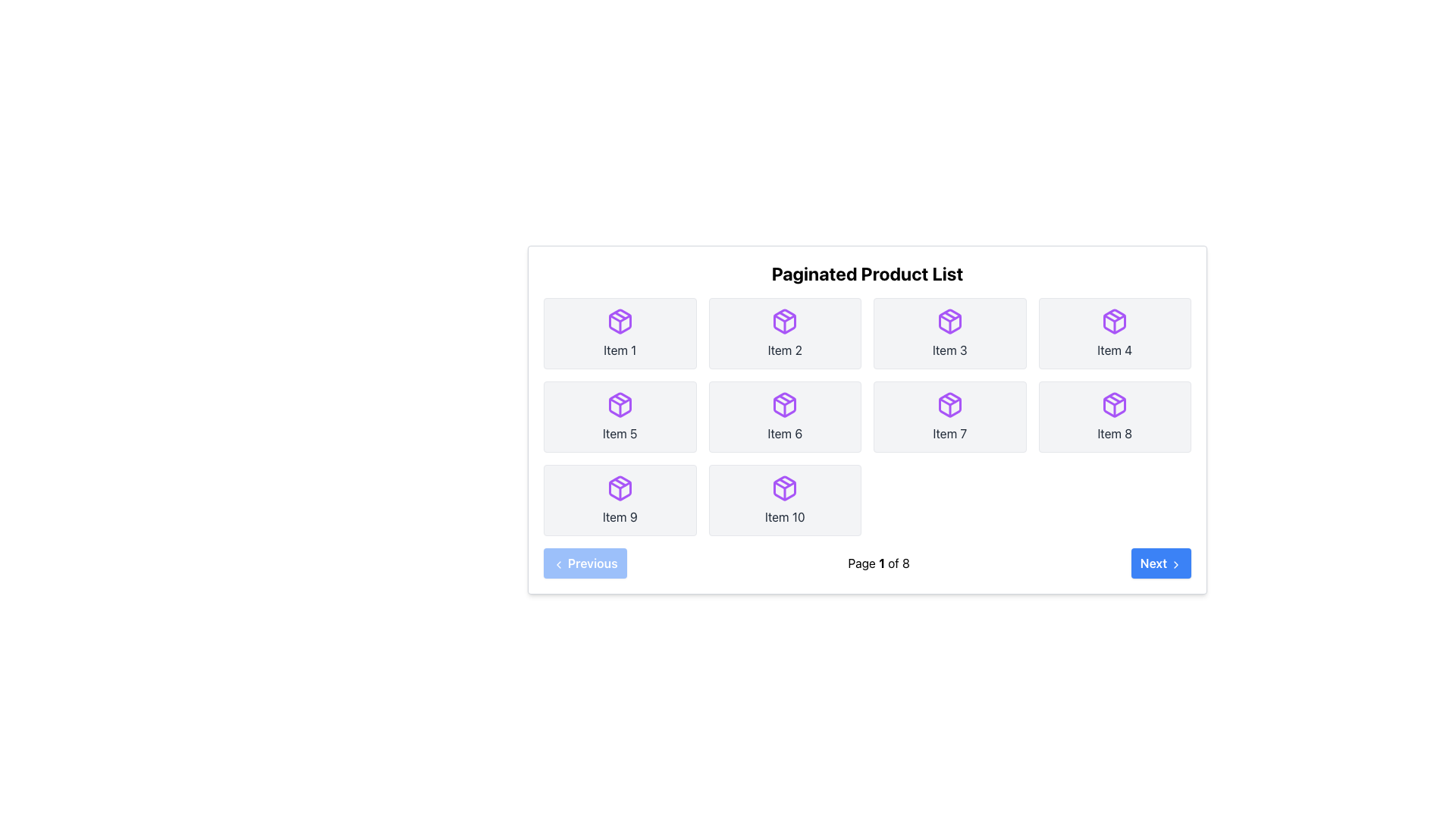  I want to click on the prominent text label reading 'Paginated Product List', which is styled with a large bold font in a gradient color from blue to purple, located at the top of the section displaying the paginated product list, so click(867, 274).